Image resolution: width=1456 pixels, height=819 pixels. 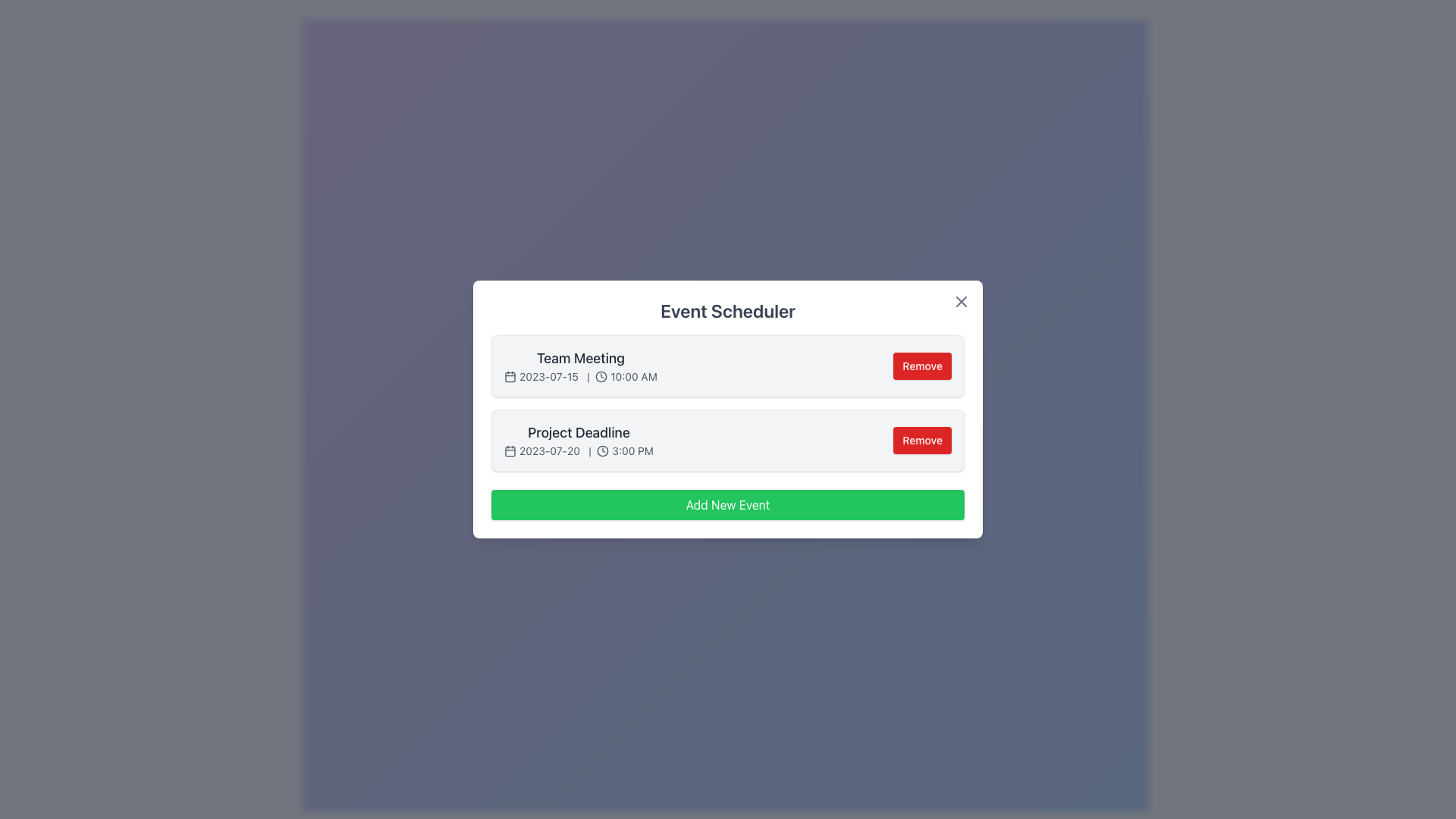 I want to click on the text displaying date and time in the 'Team Meeting' section, which is styled with a small gray font and is positioned between the calendar and clock icons, so click(x=579, y=376).